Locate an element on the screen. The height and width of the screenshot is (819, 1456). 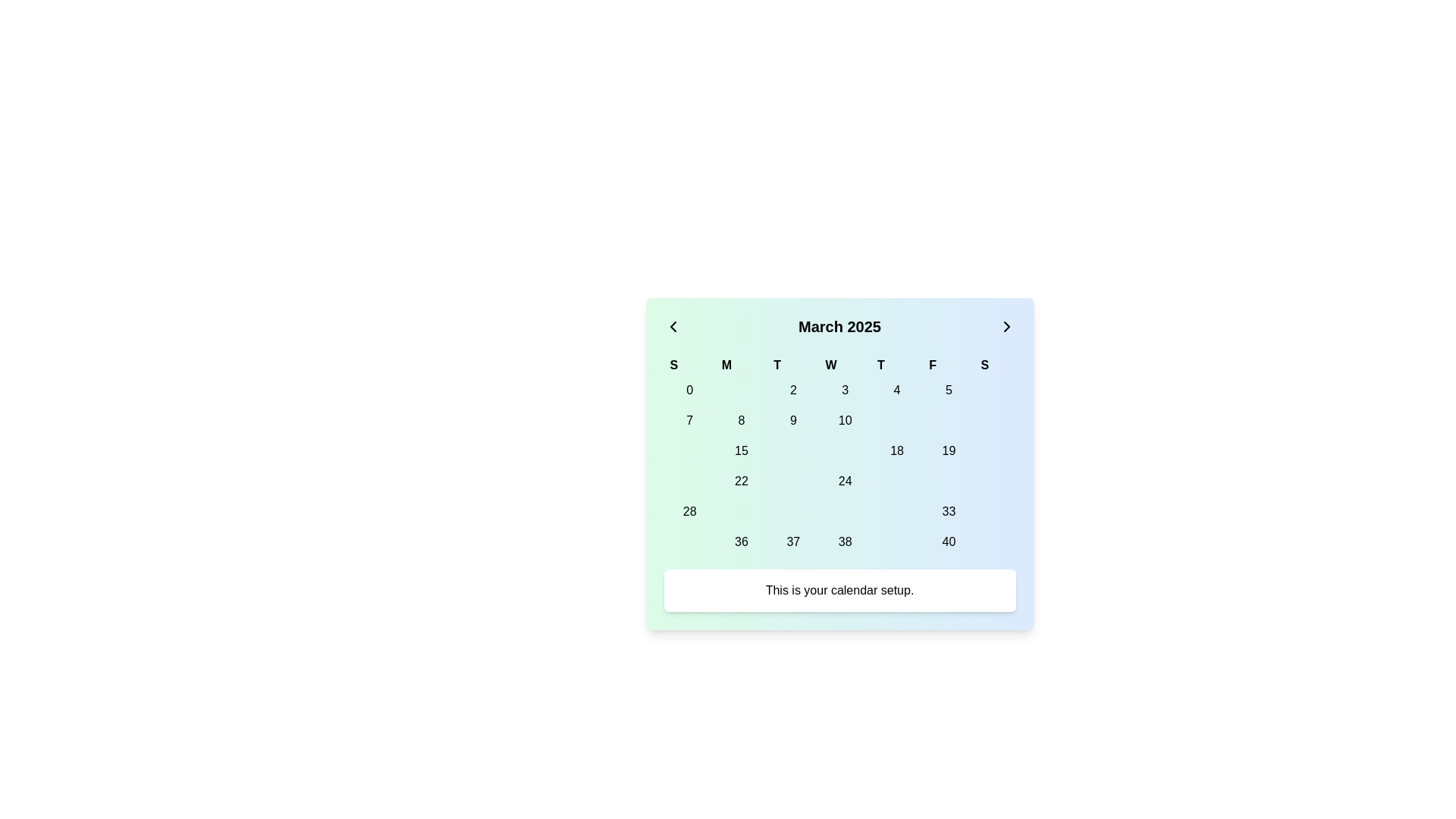
the Text Label displaying the date '2' under the 'T' column in the calendar for March 2025 is located at coordinates (792, 390).